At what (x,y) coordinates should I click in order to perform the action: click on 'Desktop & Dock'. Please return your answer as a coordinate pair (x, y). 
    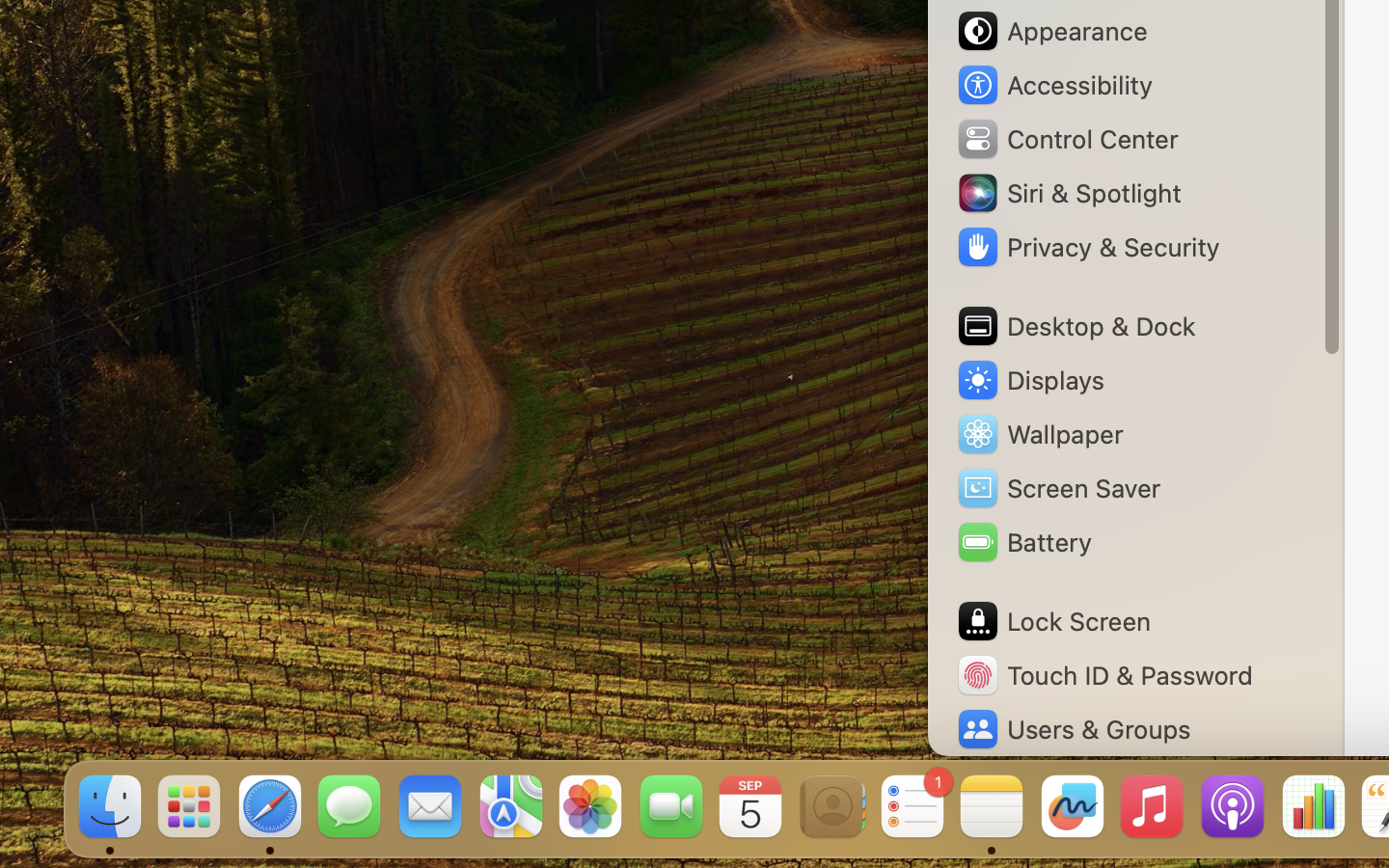
    Looking at the image, I should click on (1074, 326).